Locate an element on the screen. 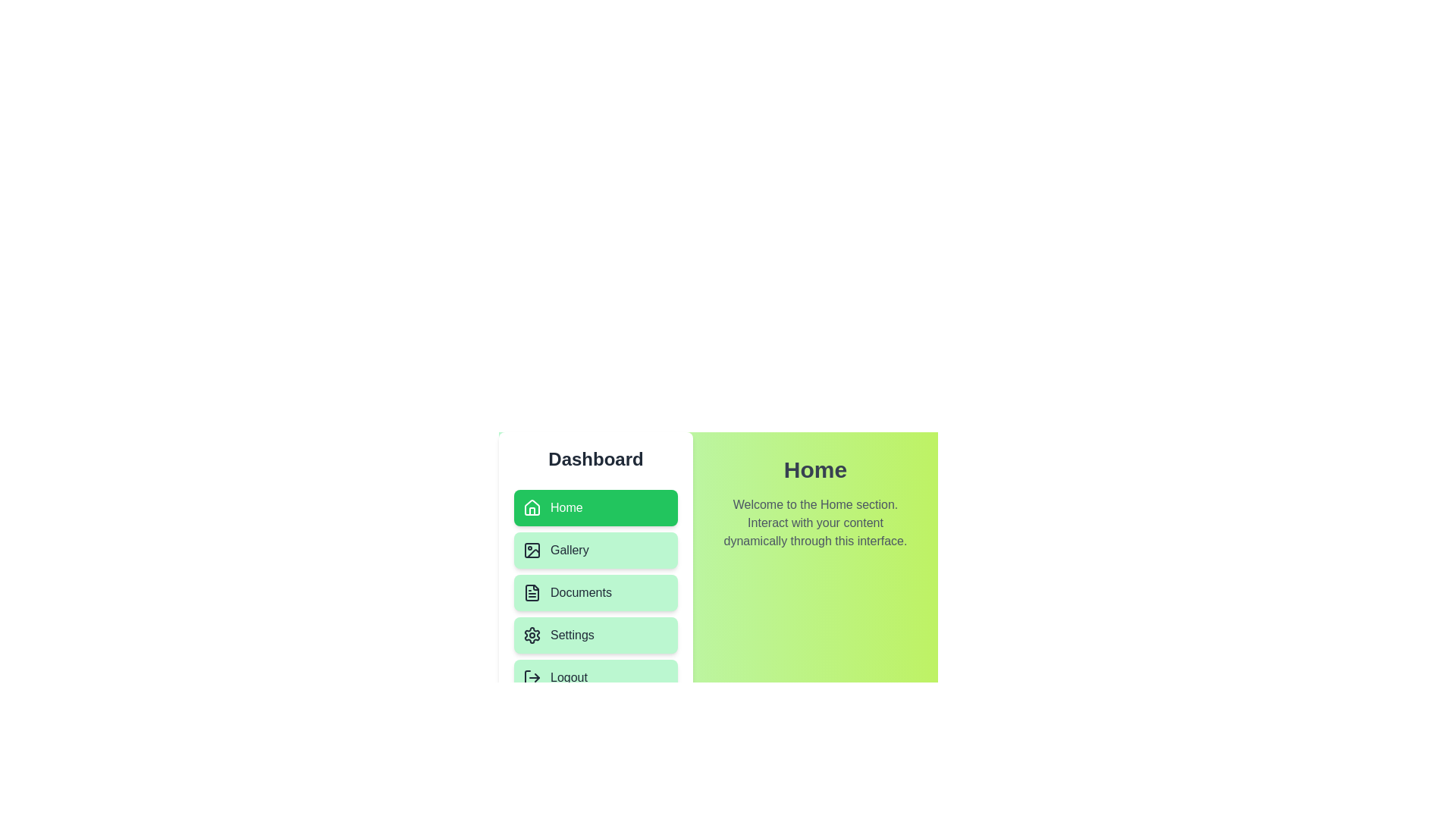 This screenshot has height=819, width=1456. the menu item Logout to navigate to its corresponding section is located at coordinates (595, 677).